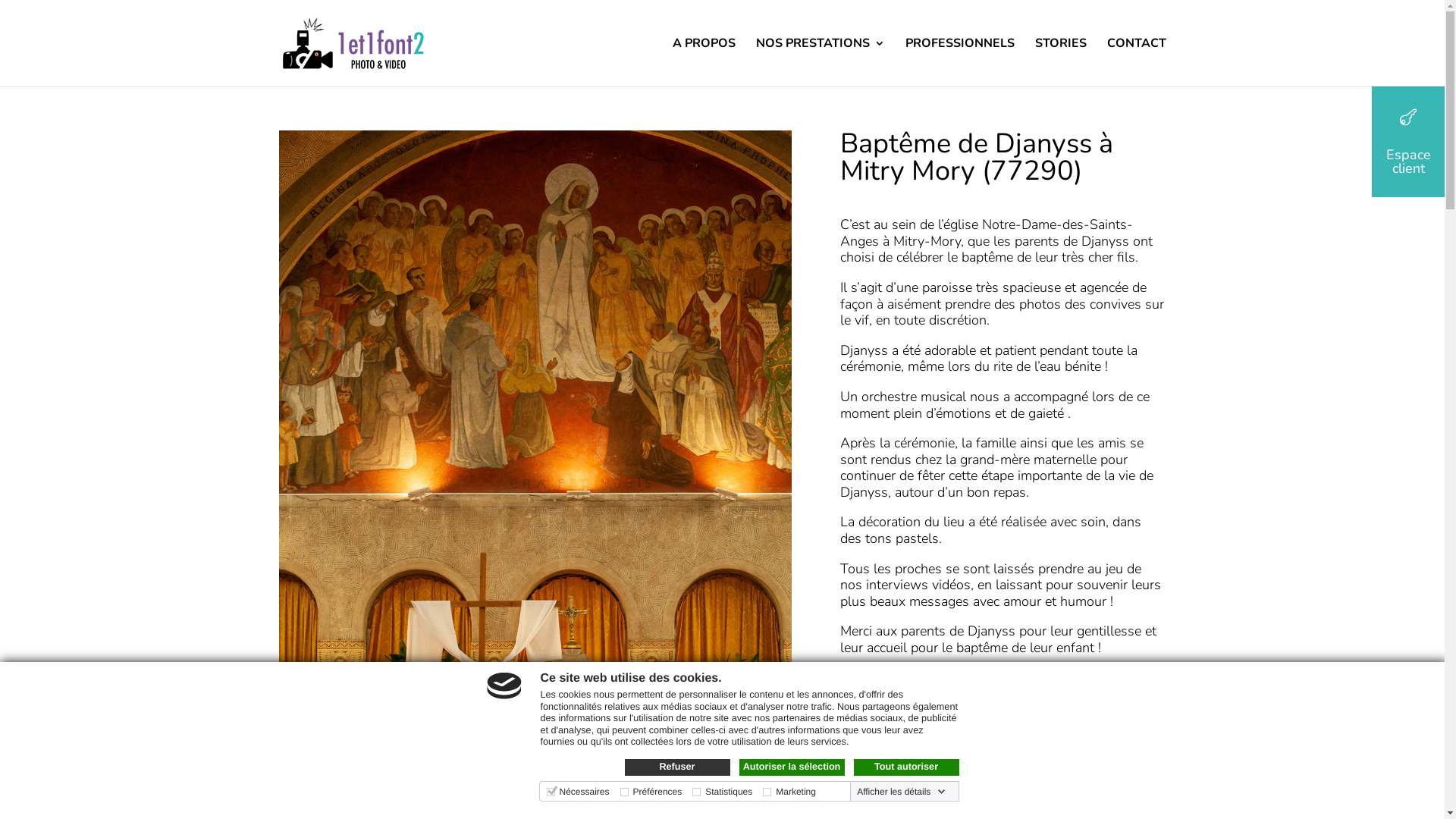  What do you see at coordinates (818, 61) in the screenshot?
I see `'NOS PRESTATIONS'` at bounding box center [818, 61].